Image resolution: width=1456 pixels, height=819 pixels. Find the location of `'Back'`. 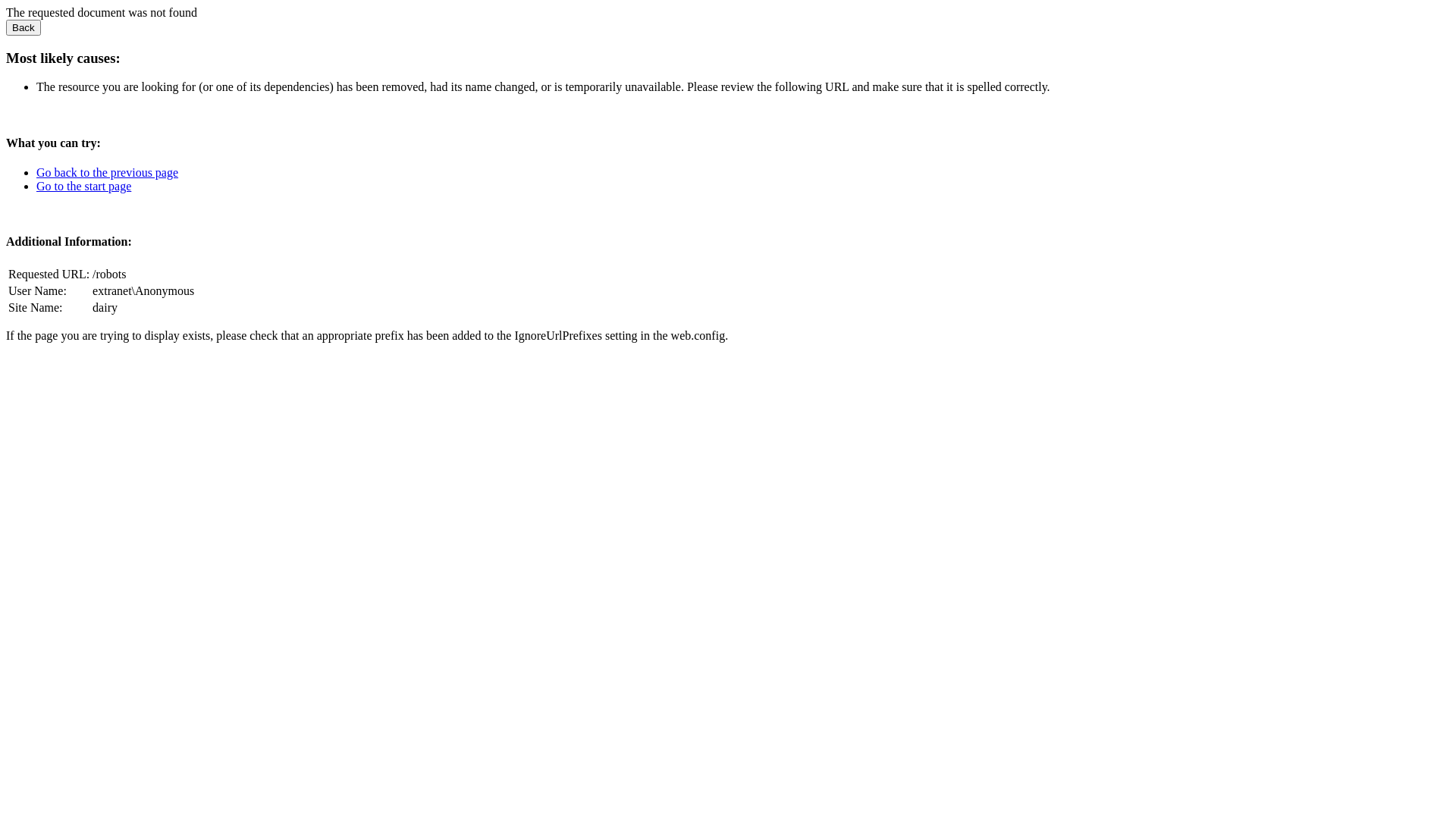

'Back' is located at coordinates (23, 27).